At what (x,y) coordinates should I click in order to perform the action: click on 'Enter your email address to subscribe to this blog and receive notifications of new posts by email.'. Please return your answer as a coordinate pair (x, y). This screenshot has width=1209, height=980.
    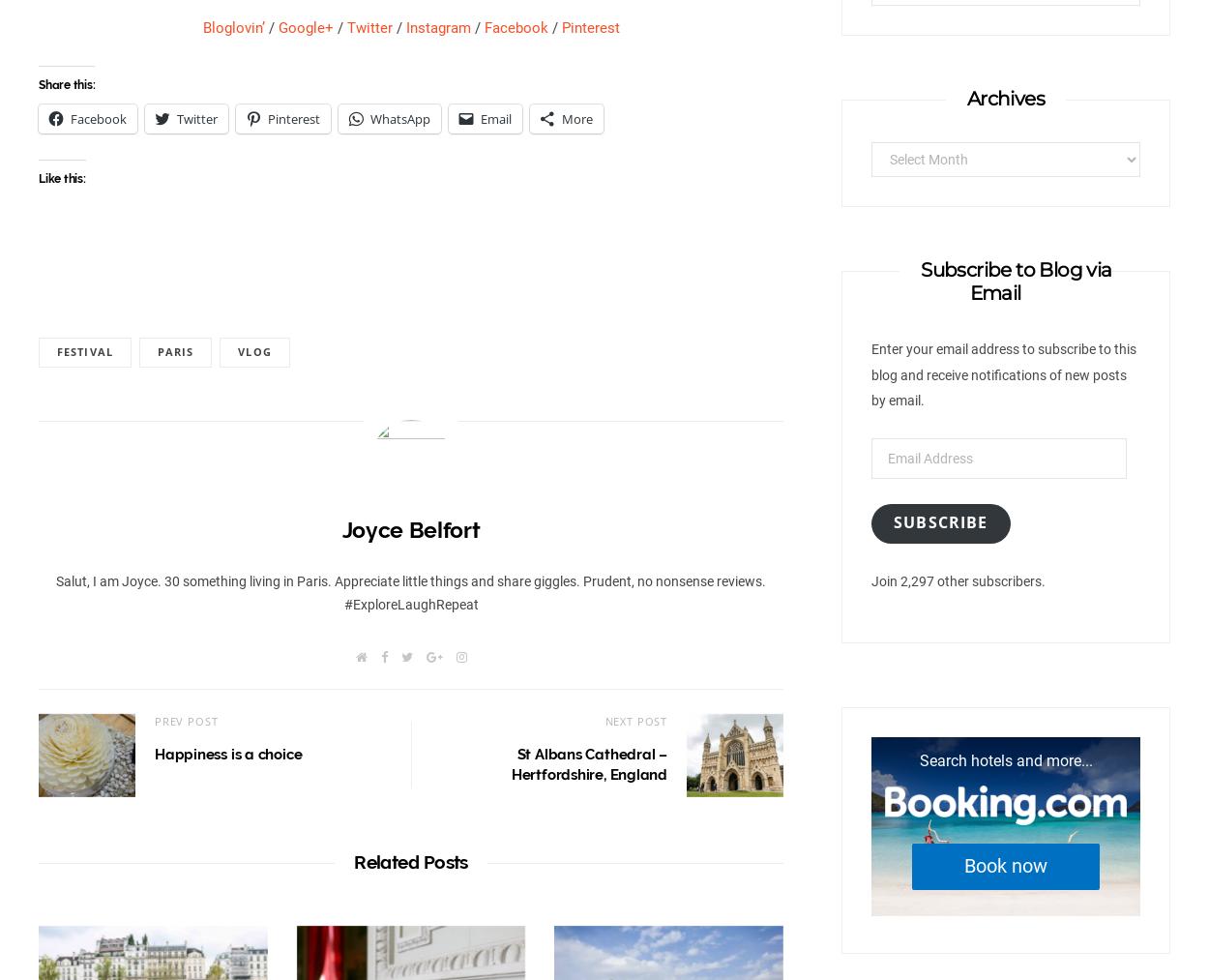
    Looking at the image, I should click on (871, 373).